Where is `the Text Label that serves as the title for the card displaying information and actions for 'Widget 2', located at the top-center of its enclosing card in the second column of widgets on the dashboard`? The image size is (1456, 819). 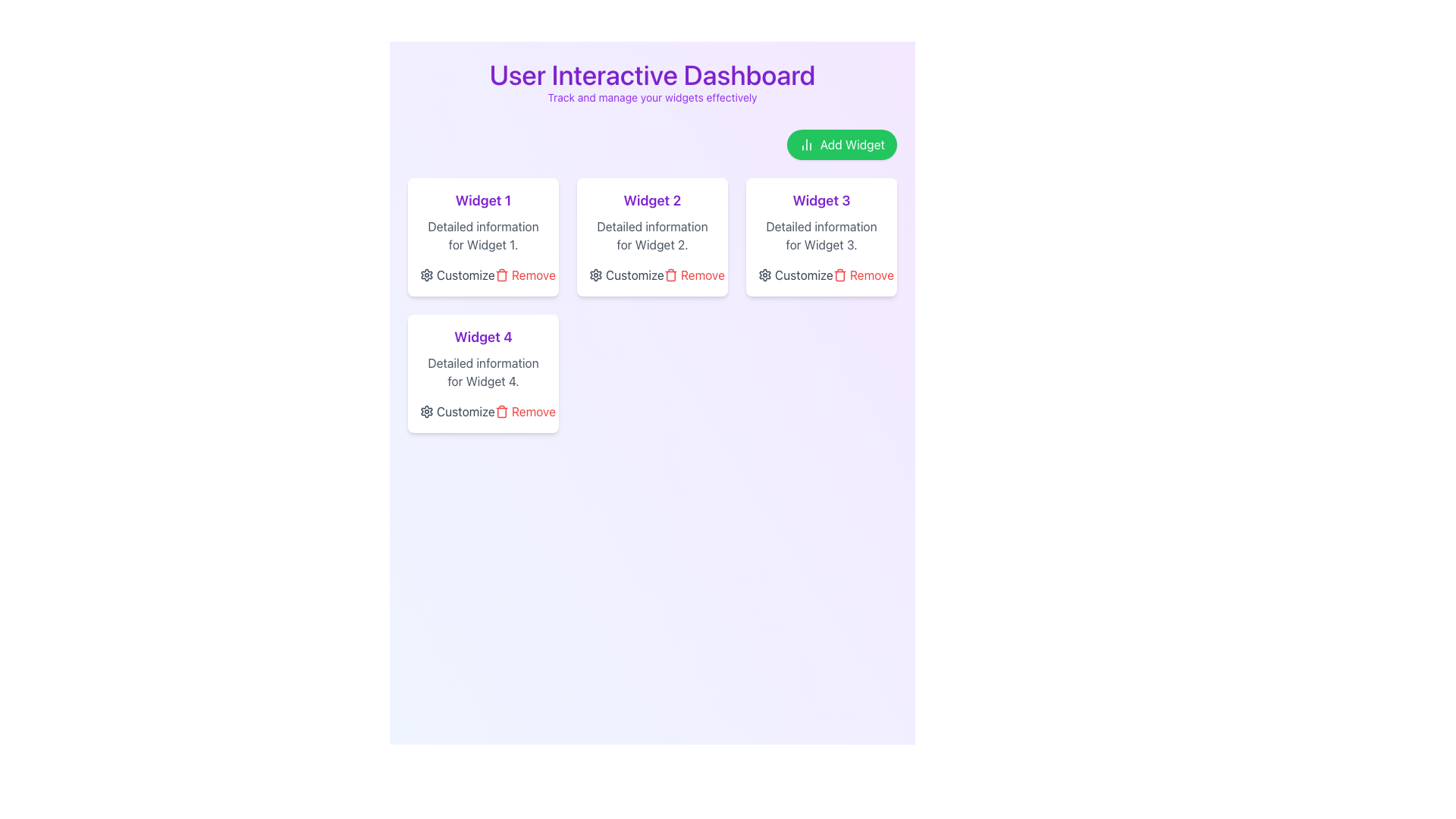
the Text Label that serves as the title for the card displaying information and actions for 'Widget 2', located at the top-center of its enclosing card in the second column of widgets on the dashboard is located at coordinates (652, 200).